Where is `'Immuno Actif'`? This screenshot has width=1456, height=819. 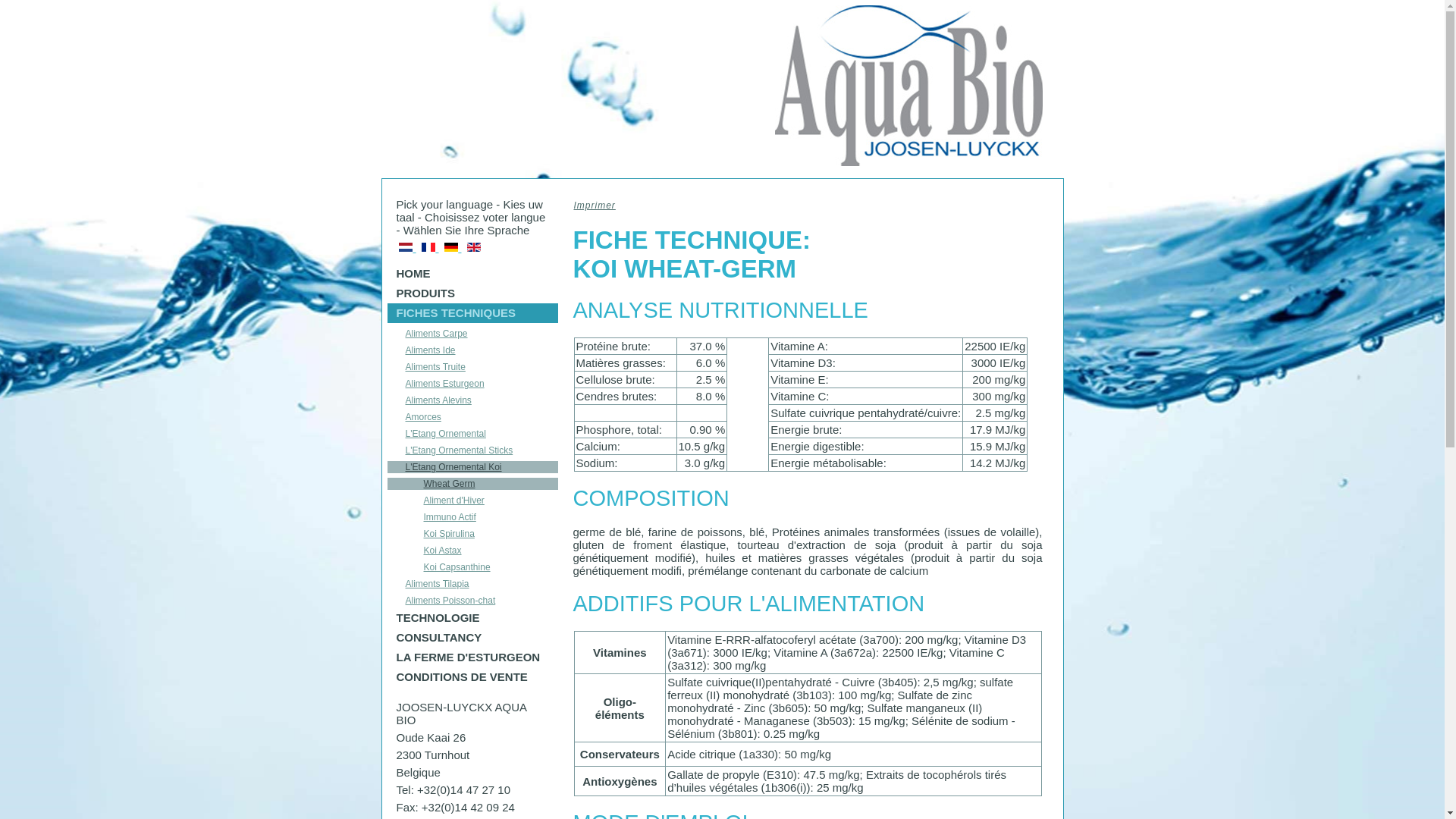
'Immuno Actif' is located at coordinates (471, 516).